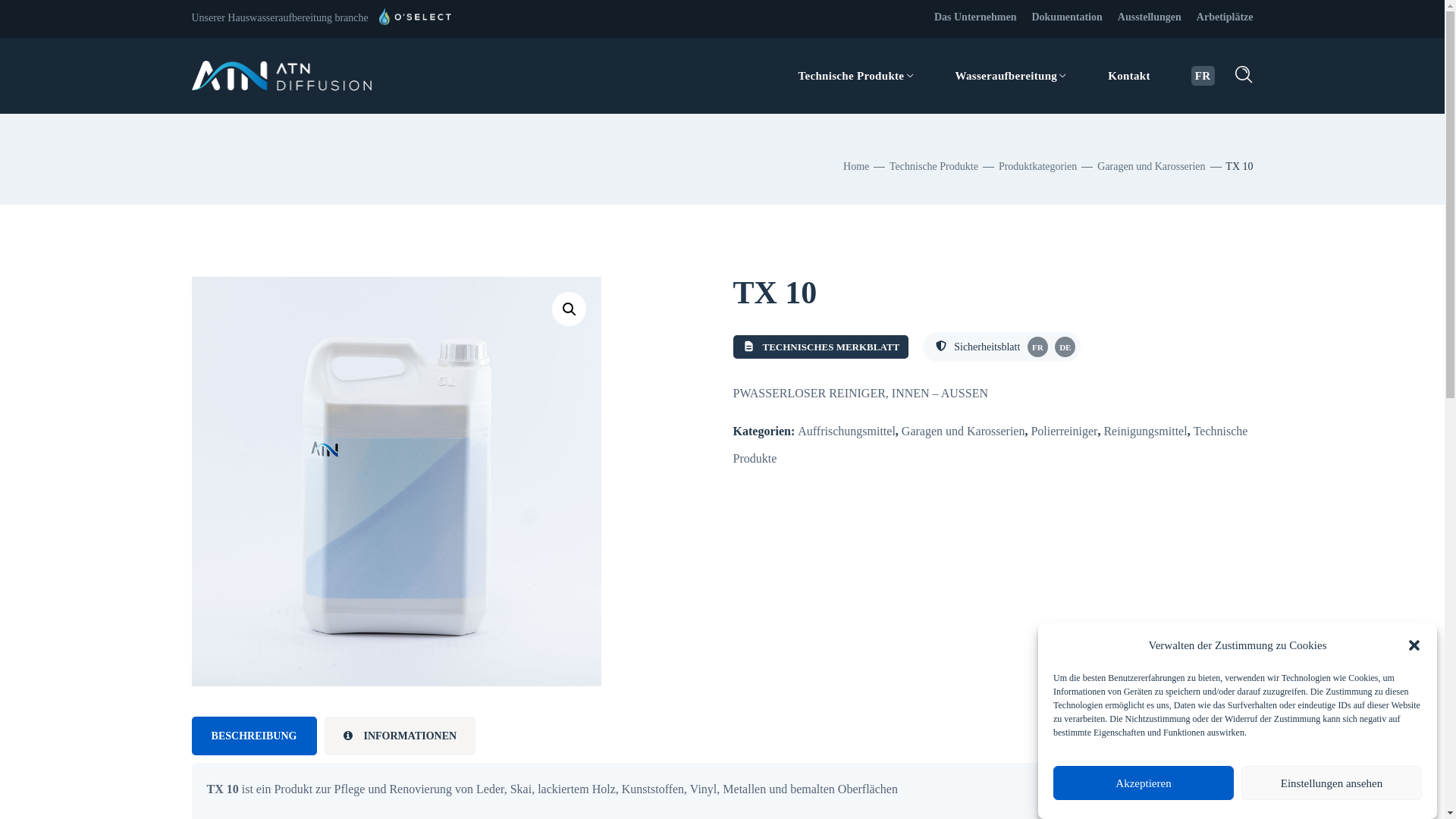 This screenshot has height=819, width=1456. What do you see at coordinates (1064, 347) in the screenshot?
I see `'DE'` at bounding box center [1064, 347].